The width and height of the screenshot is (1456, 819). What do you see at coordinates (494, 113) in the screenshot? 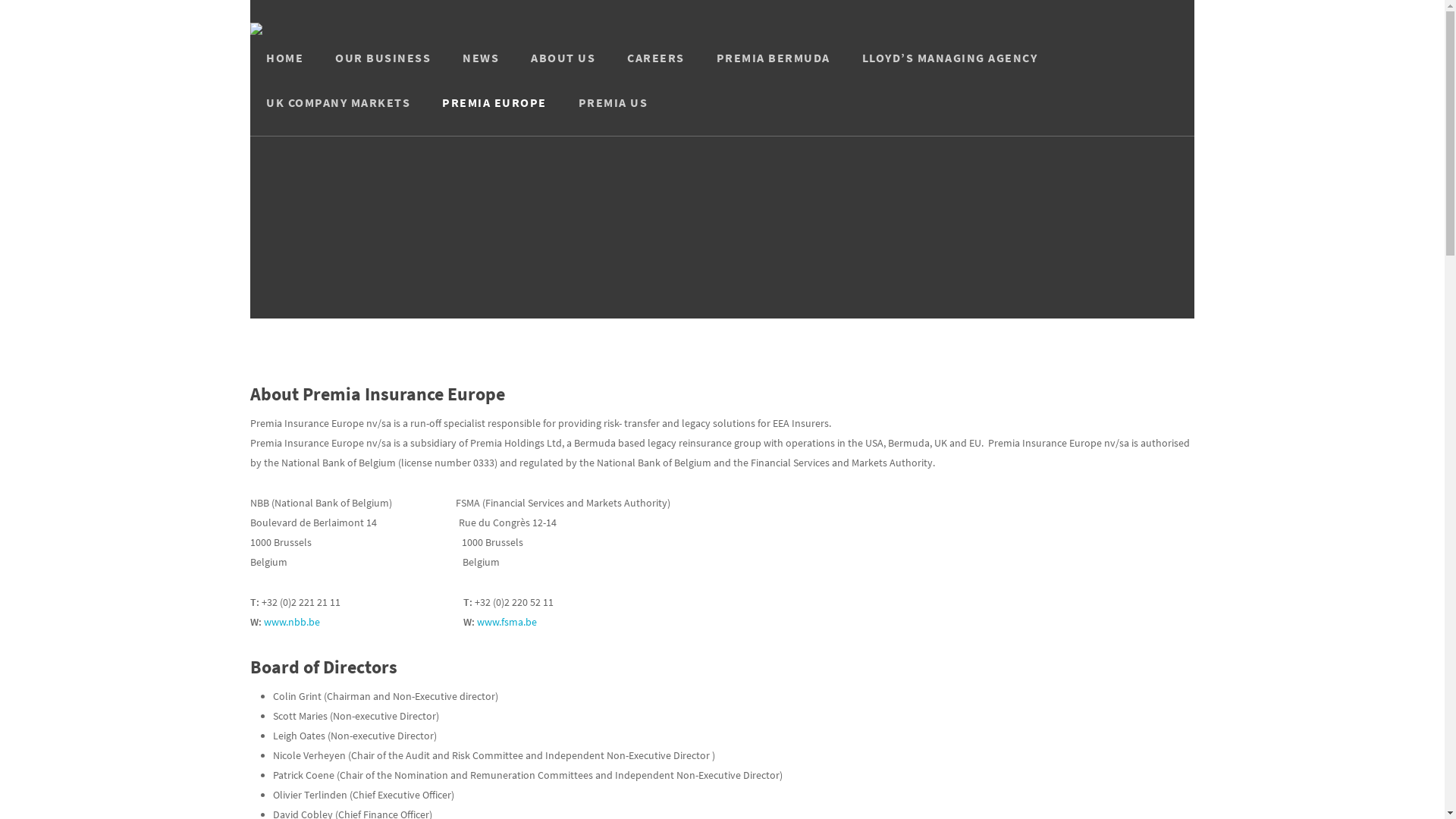
I see `'PREMIA EUROPE'` at bounding box center [494, 113].